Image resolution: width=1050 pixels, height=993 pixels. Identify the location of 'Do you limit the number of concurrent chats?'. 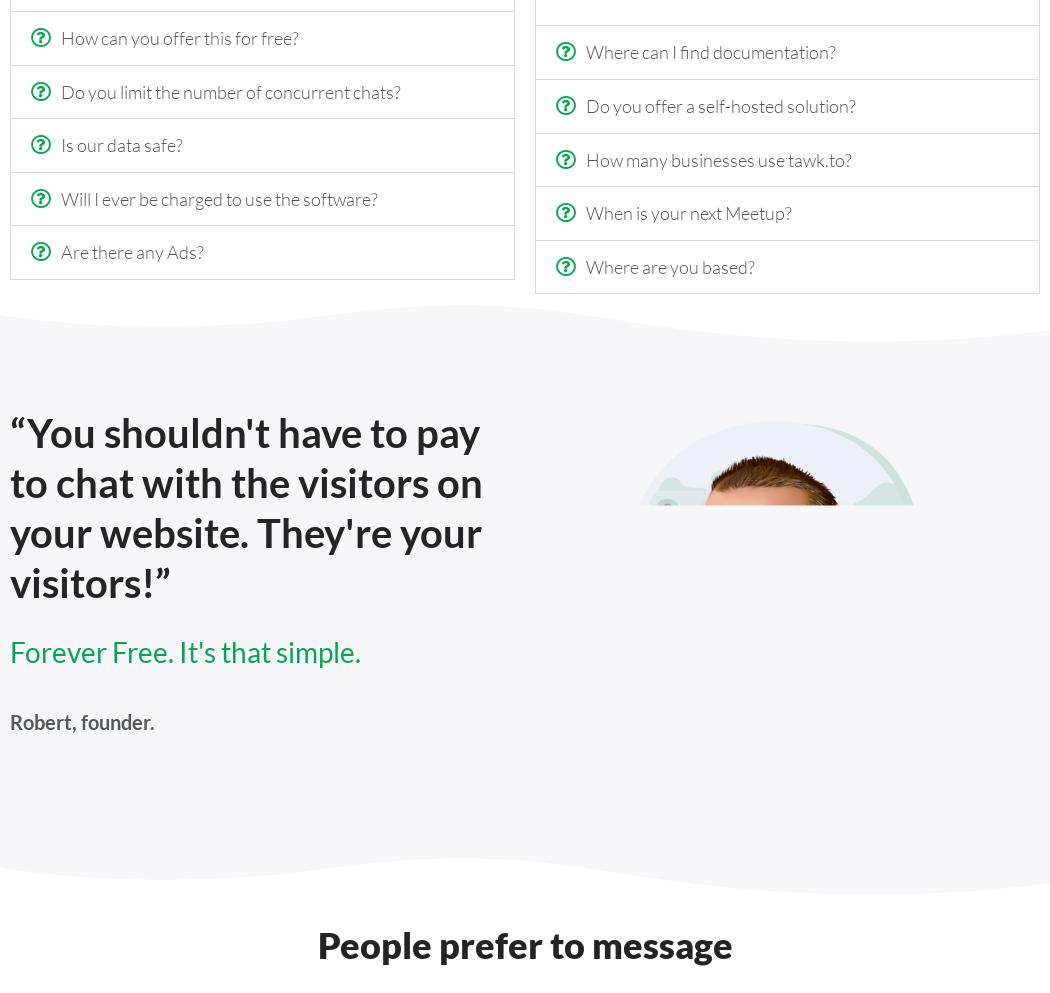
(231, 89).